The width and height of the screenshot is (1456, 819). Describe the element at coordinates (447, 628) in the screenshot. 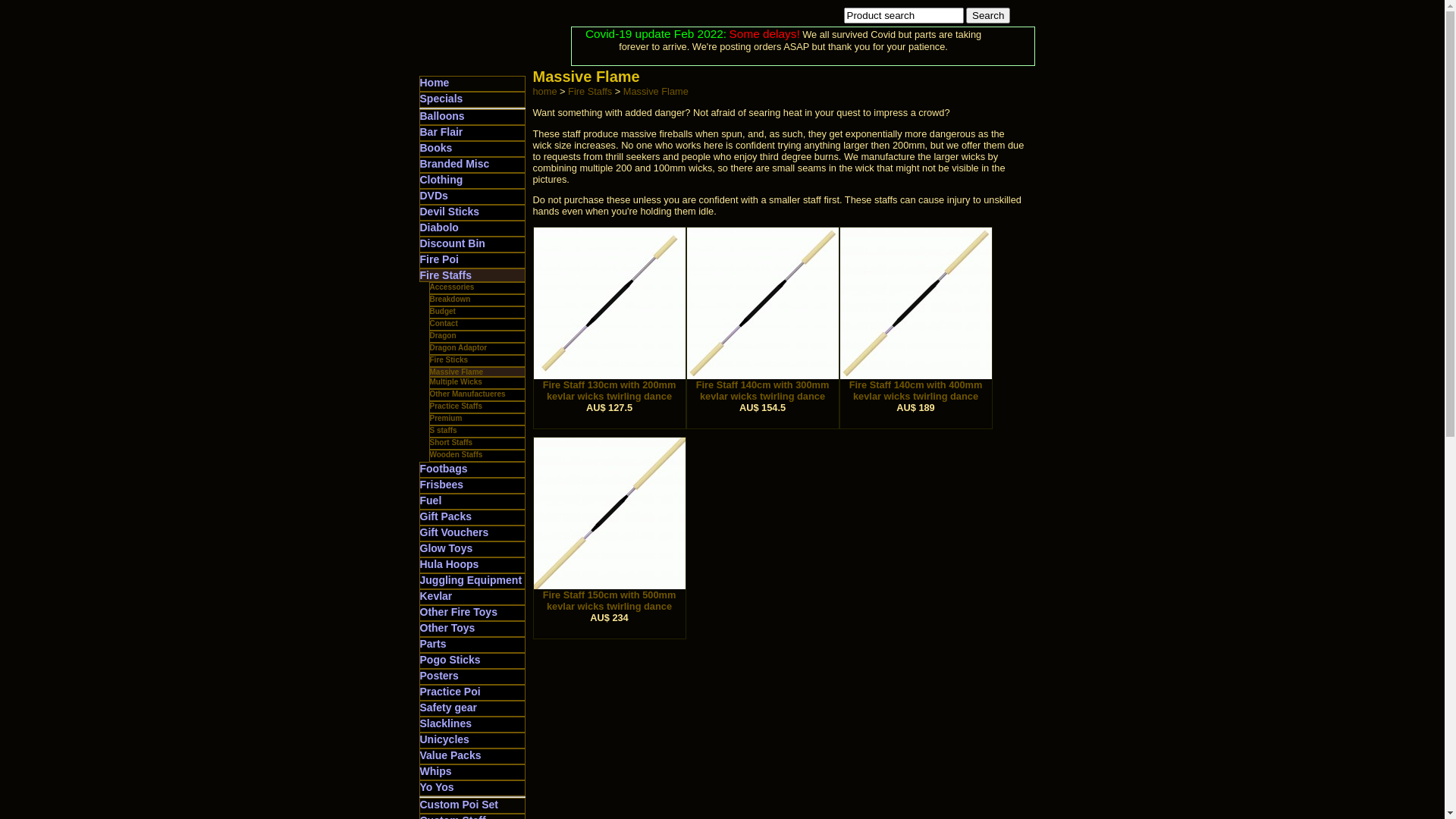

I see `'Other Toys'` at that location.